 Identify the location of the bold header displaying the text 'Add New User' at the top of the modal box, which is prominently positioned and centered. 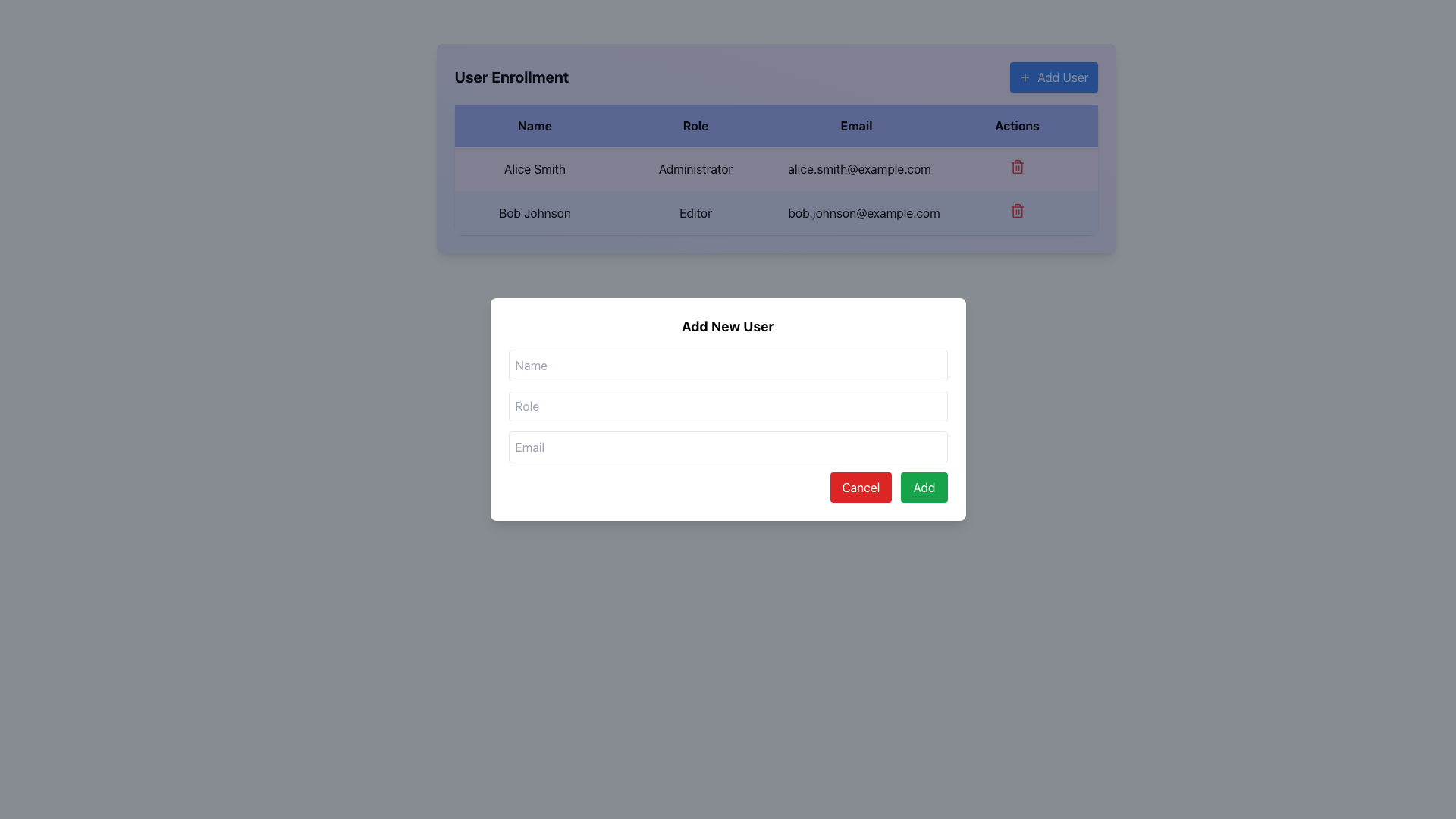
(728, 326).